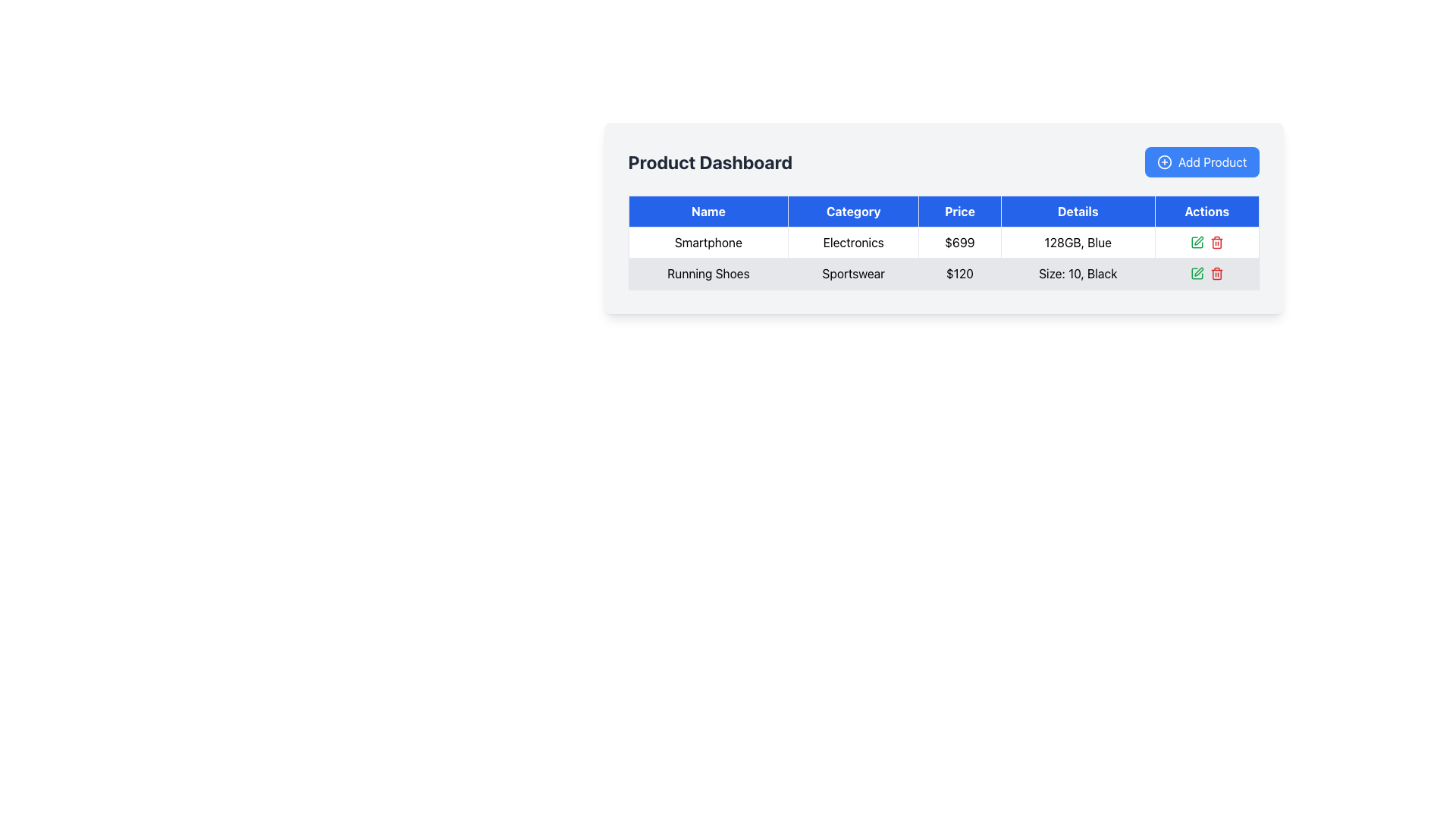 Image resolution: width=1456 pixels, height=819 pixels. What do you see at coordinates (1206, 242) in the screenshot?
I see `the delete icon in the Action cell of the first row of the table, which is adjacent to the '128GB, Blue' details cell` at bounding box center [1206, 242].